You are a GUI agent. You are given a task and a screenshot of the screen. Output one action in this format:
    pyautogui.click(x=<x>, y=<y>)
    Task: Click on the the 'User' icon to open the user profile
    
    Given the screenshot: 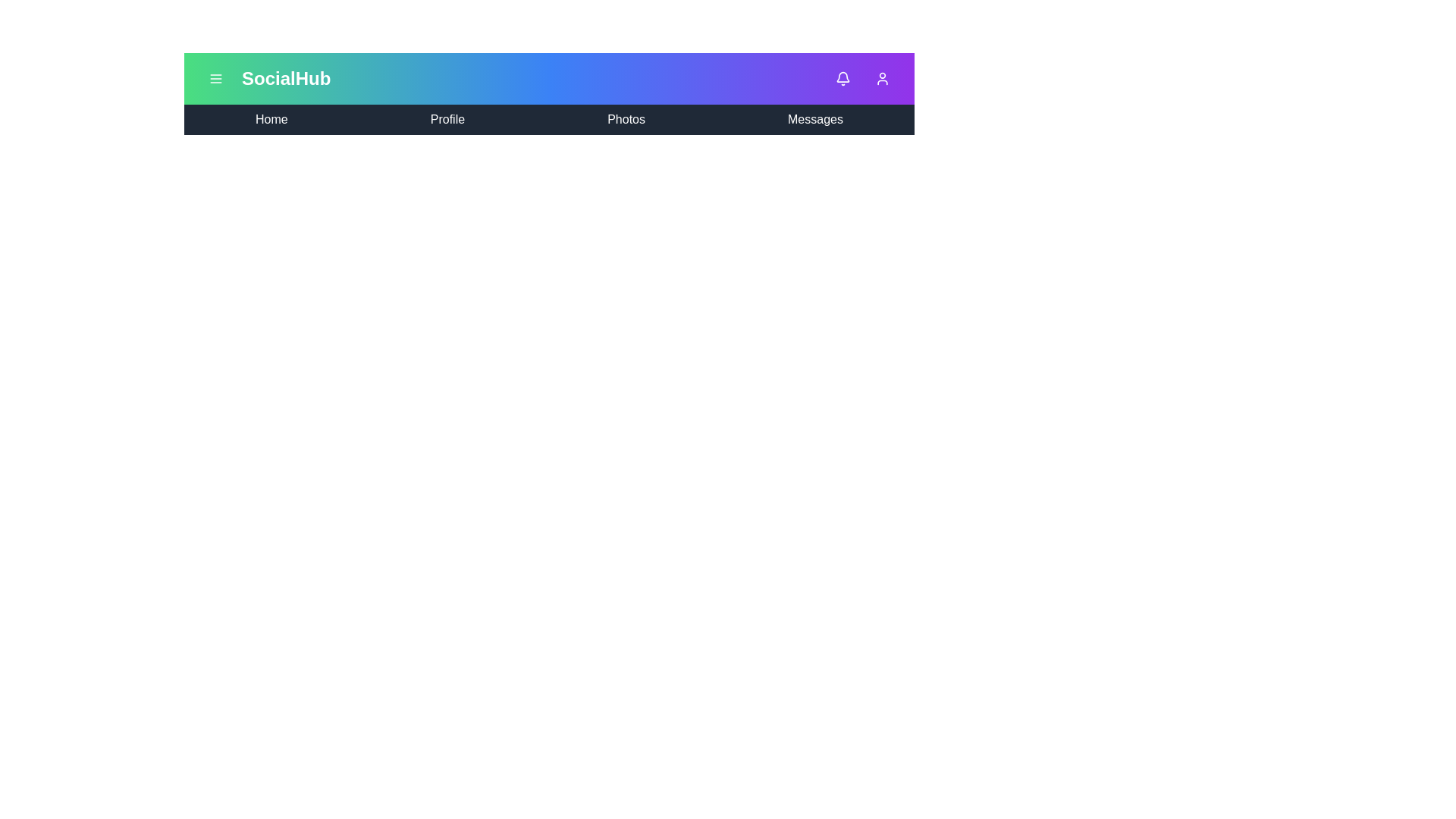 What is the action you would take?
    pyautogui.click(x=882, y=79)
    